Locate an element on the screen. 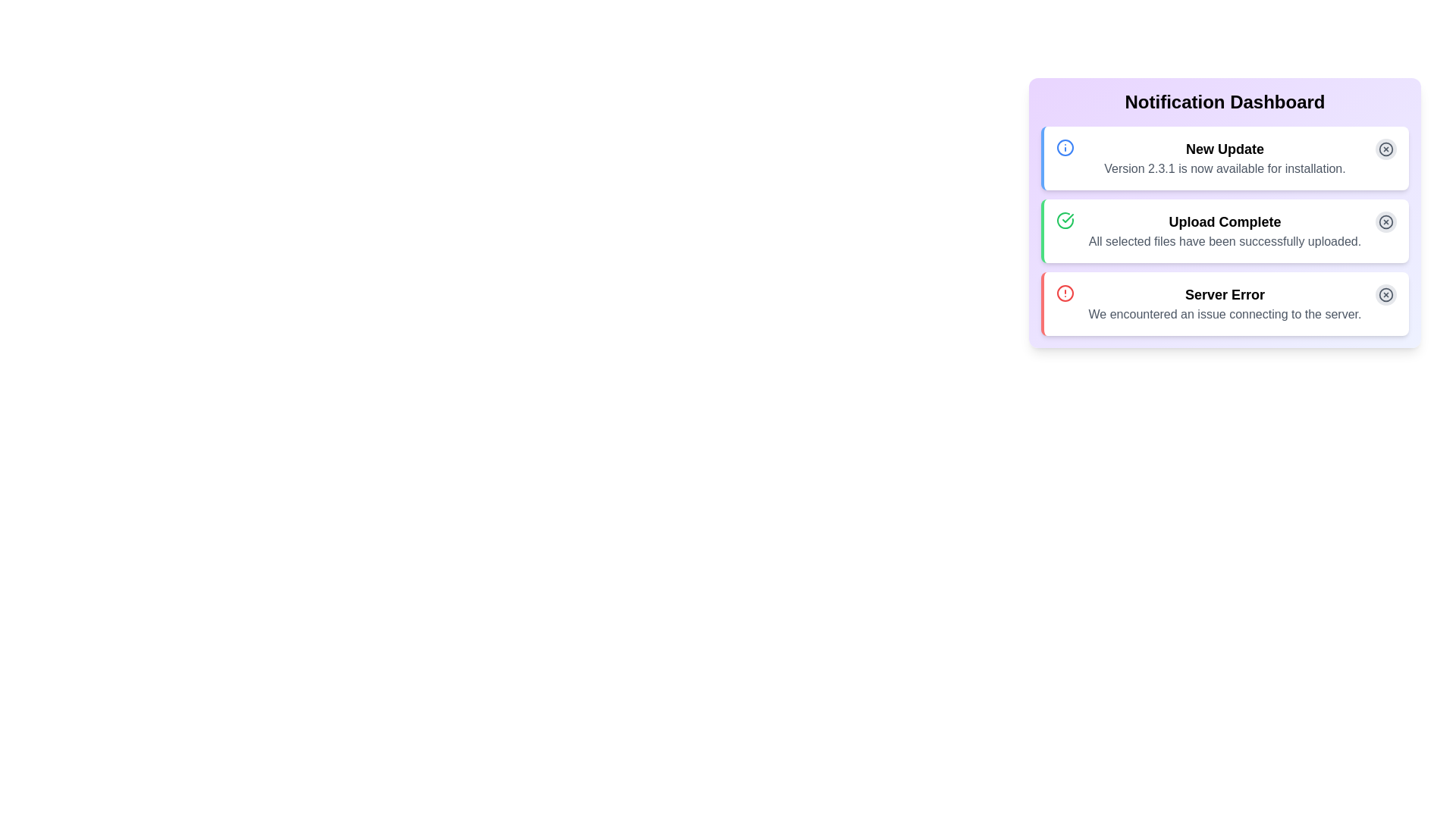  the circular button with a gray background and an 'X' icon in the top-right corner of the notification box labeled 'New Update Version 2.3.1 is now available for installation' is located at coordinates (1386, 149).